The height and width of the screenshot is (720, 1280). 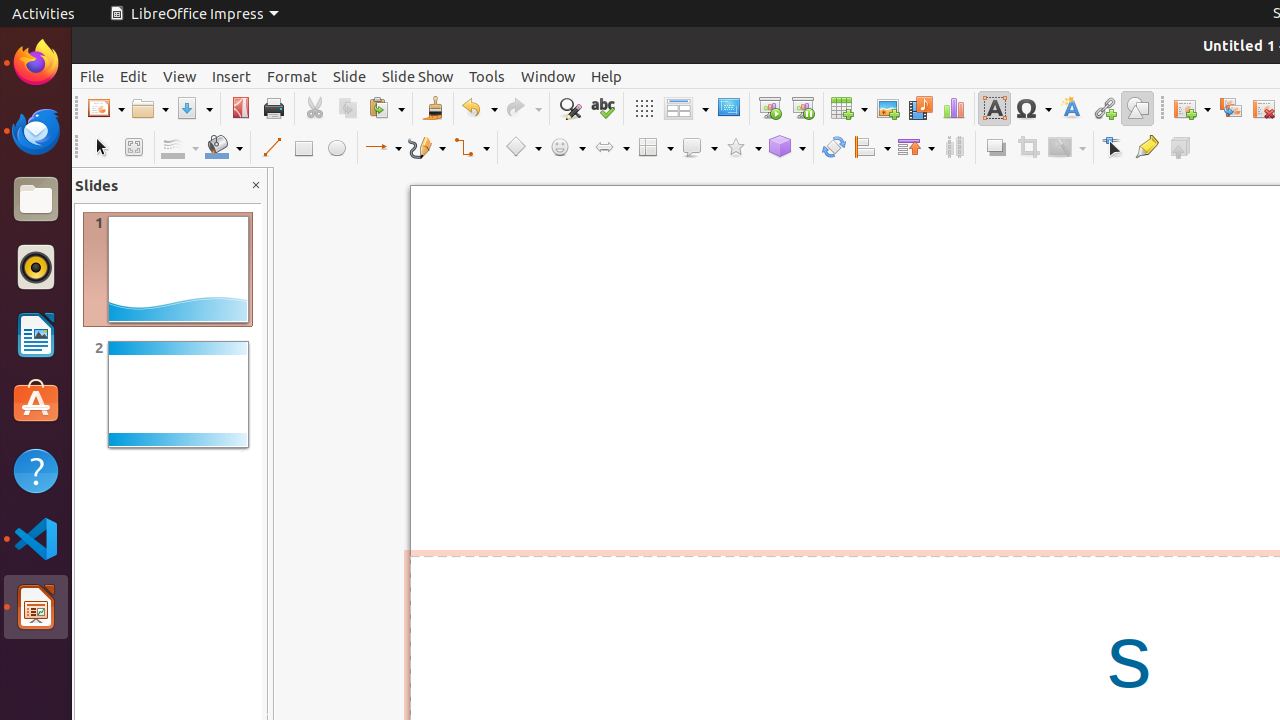 I want to click on 'Visual Studio Code', so click(x=35, y=537).